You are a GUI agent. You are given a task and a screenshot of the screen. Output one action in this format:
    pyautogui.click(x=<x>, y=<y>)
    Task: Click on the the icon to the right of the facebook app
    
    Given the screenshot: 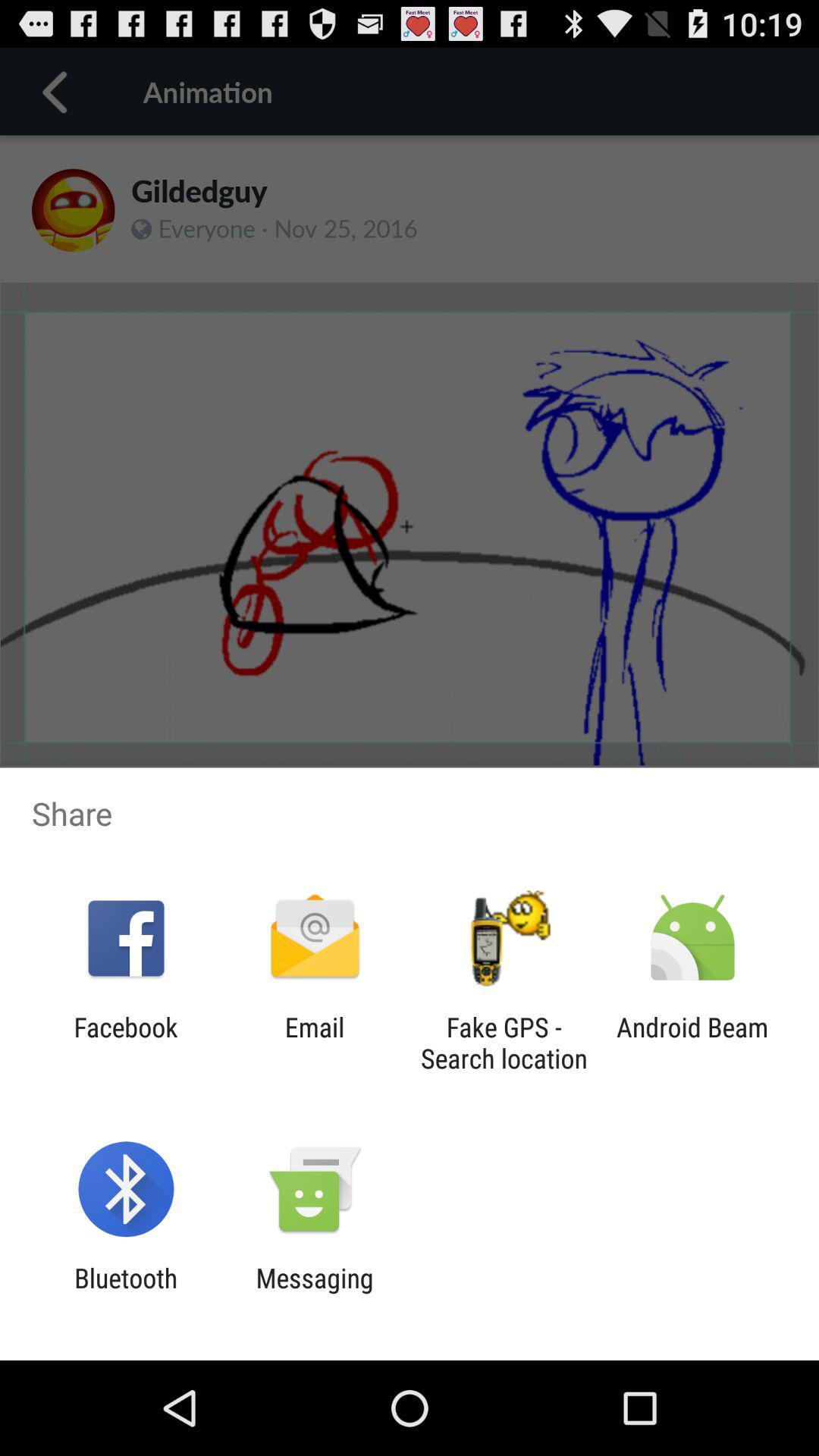 What is the action you would take?
    pyautogui.click(x=314, y=1042)
    